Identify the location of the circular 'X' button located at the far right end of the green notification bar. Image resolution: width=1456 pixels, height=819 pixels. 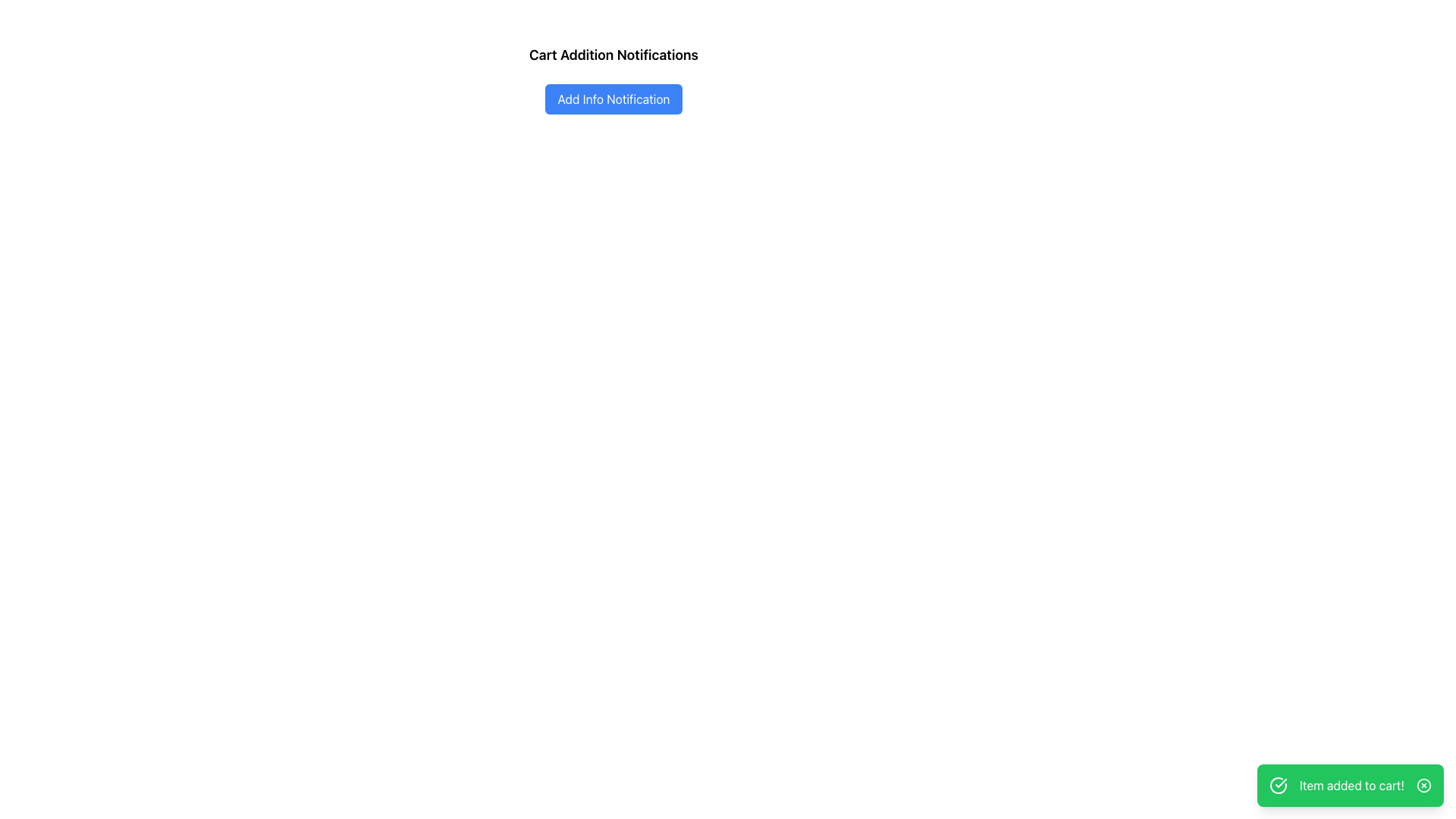
(1423, 785).